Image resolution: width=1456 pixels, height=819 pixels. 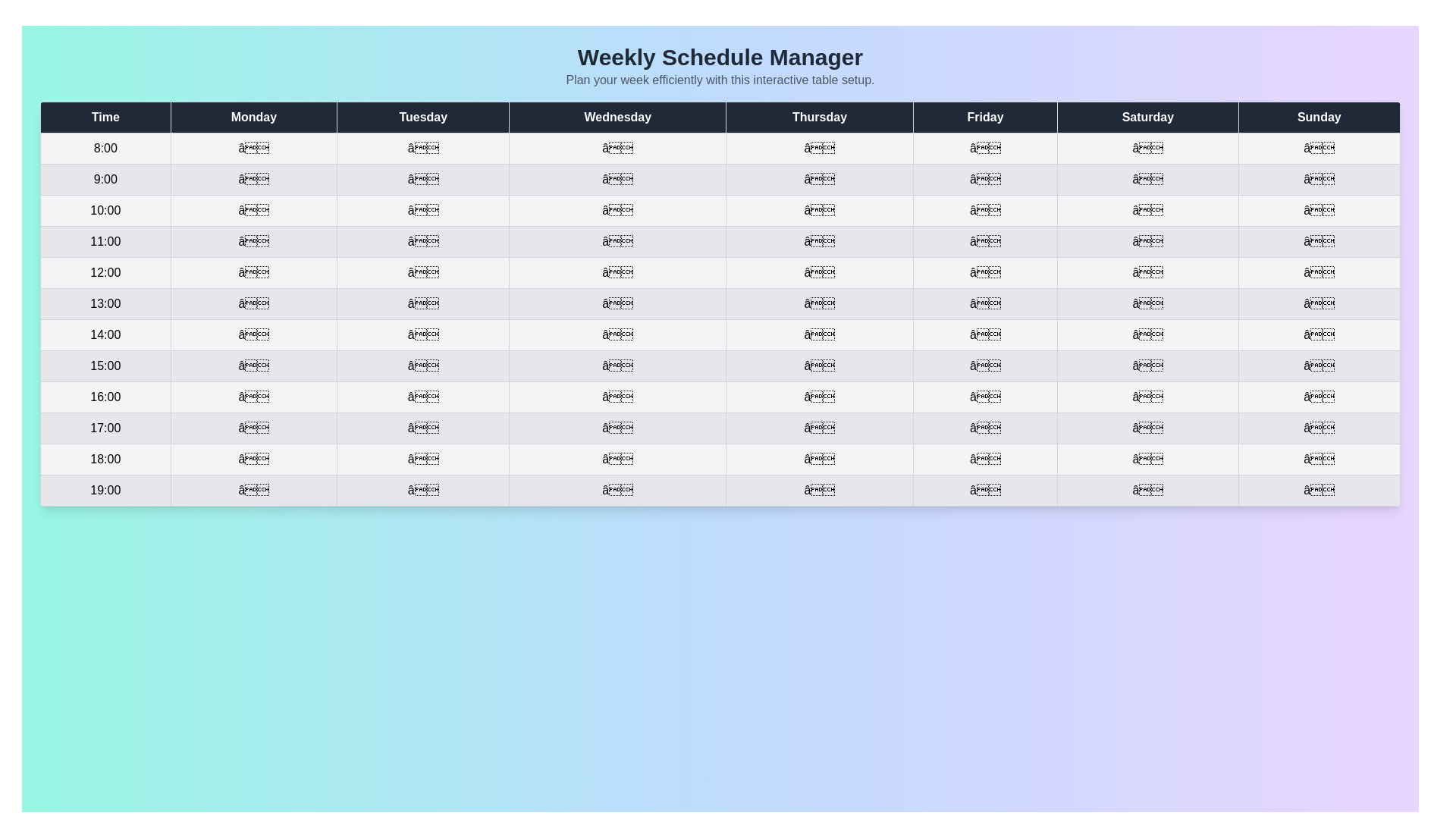 I want to click on the header of the column labeled Friday to sort it, so click(x=985, y=116).